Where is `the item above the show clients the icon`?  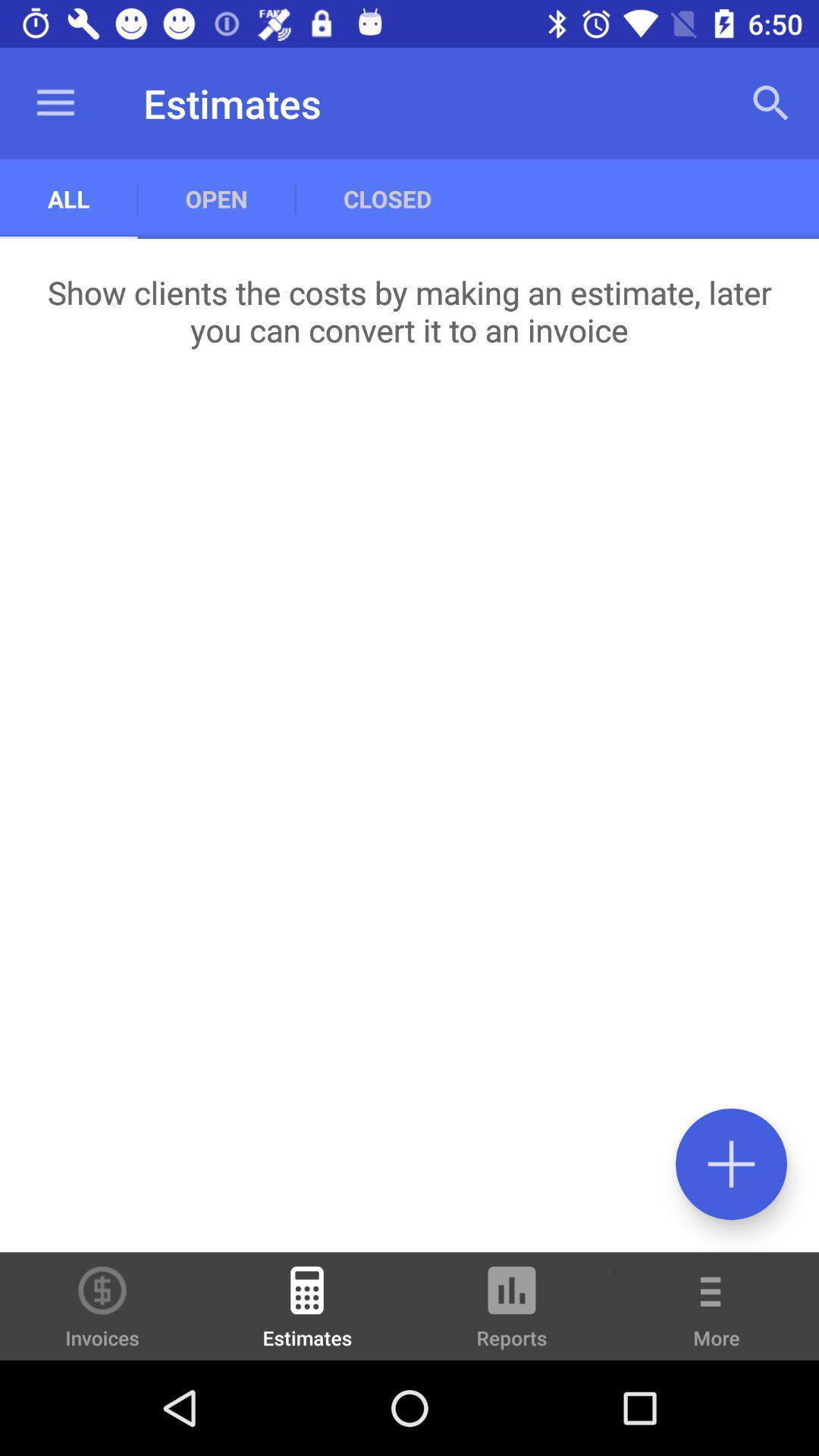 the item above the show clients the icon is located at coordinates (387, 198).